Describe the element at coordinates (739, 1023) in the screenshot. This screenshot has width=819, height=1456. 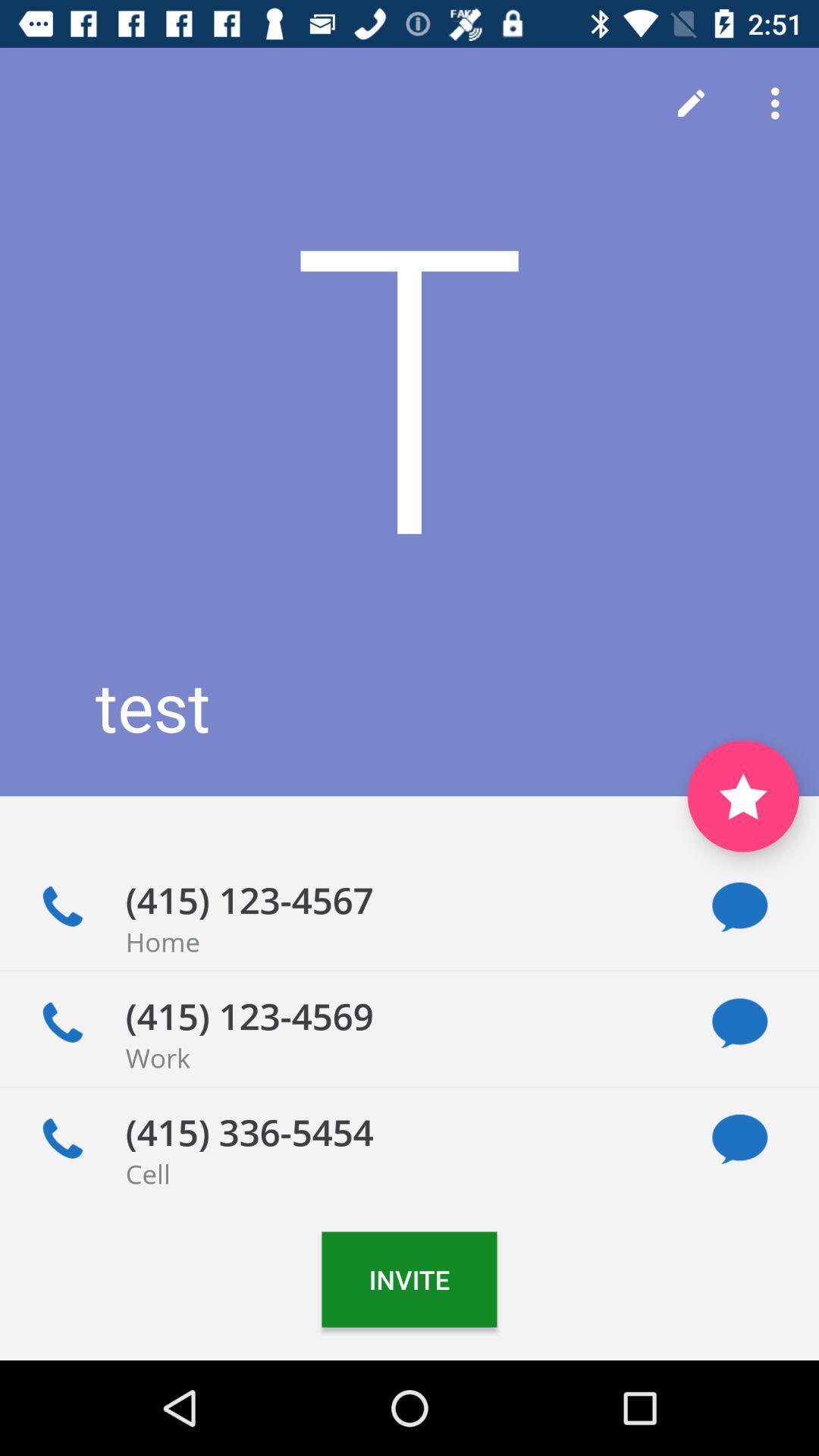
I see `message` at that location.